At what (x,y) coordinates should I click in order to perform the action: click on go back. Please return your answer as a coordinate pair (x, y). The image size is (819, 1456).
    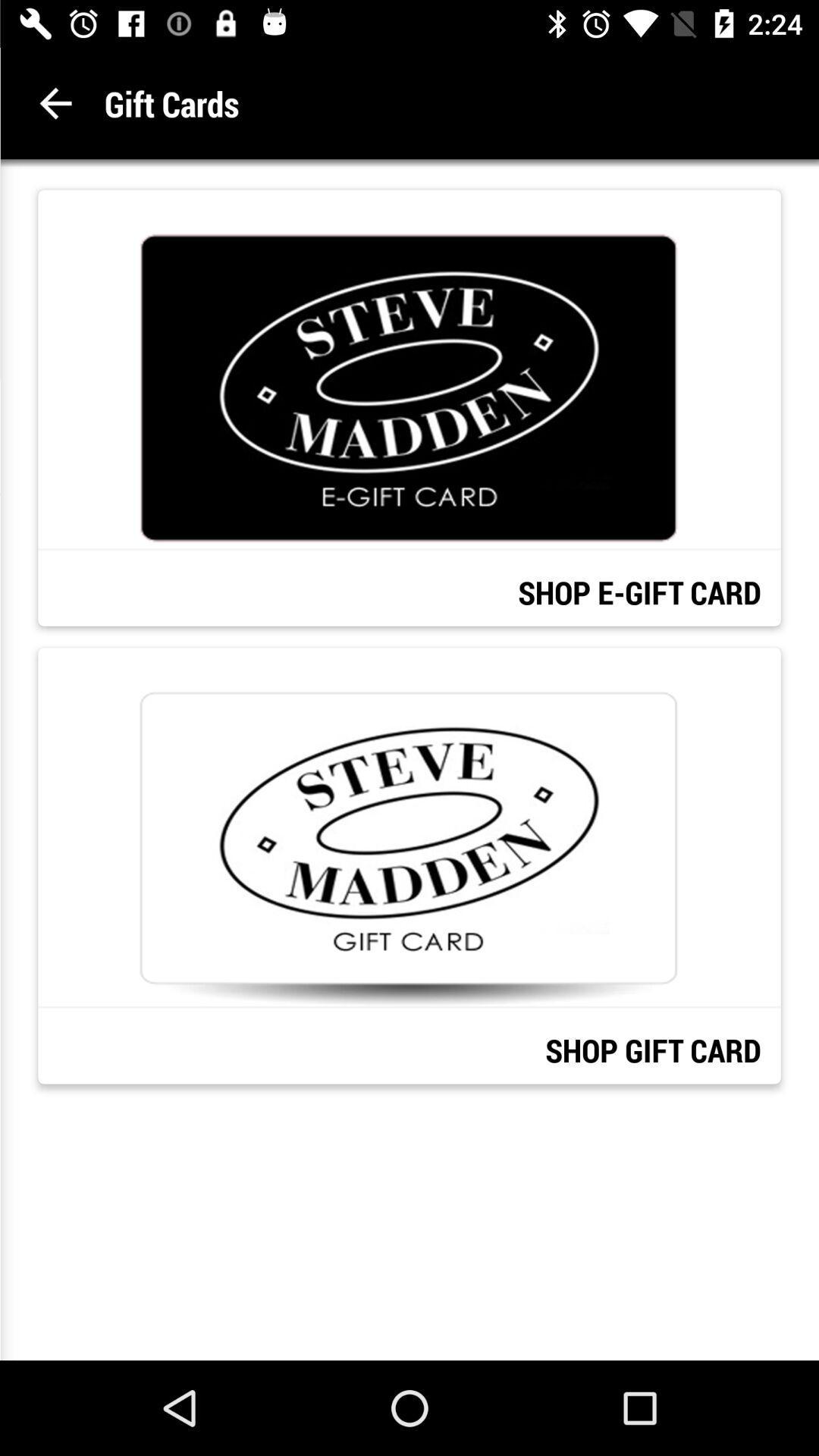
    Looking at the image, I should click on (55, 102).